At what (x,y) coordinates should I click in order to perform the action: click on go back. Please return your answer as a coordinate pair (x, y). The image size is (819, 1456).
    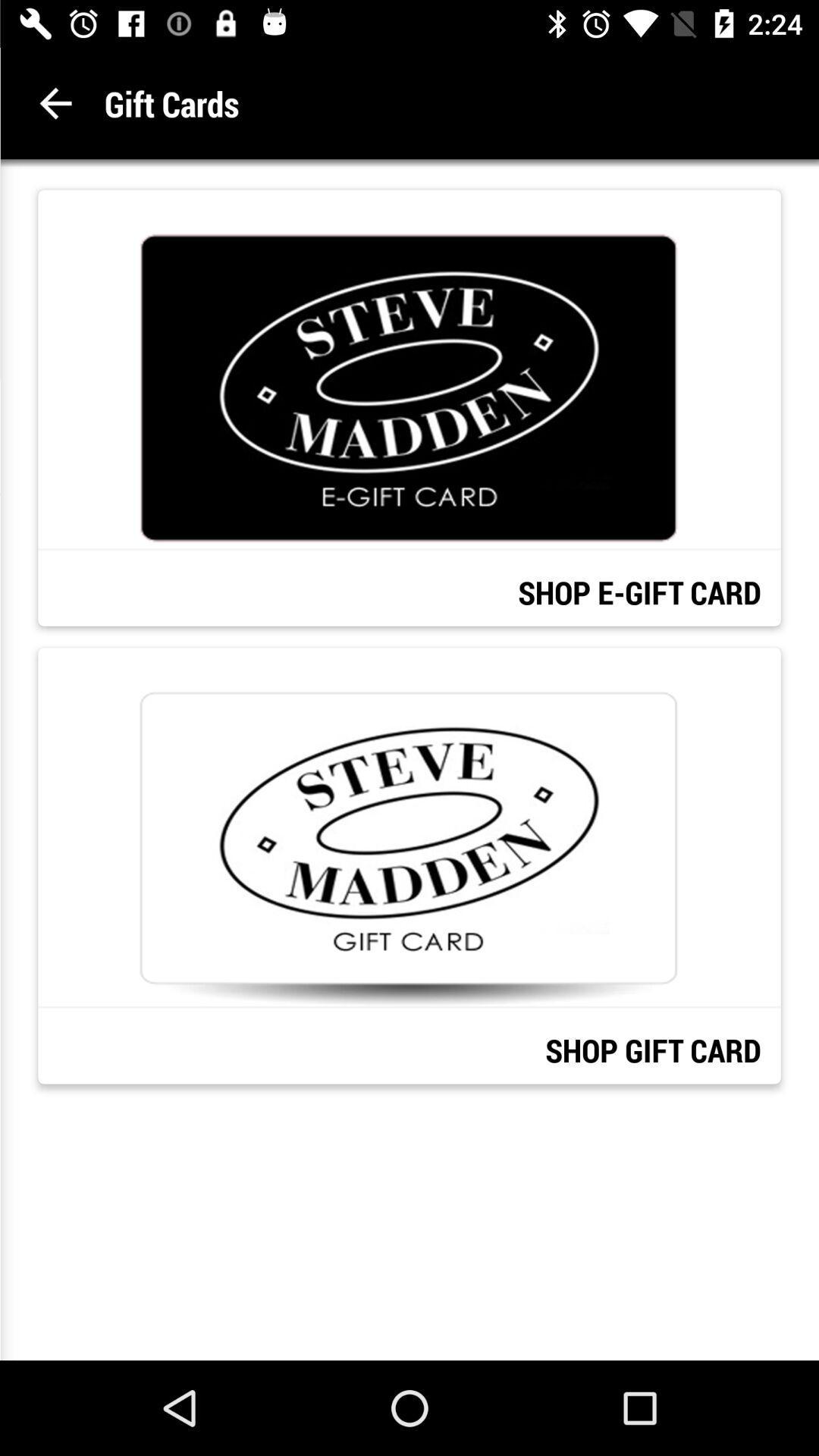
    Looking at the image, I should click on (55, 102).